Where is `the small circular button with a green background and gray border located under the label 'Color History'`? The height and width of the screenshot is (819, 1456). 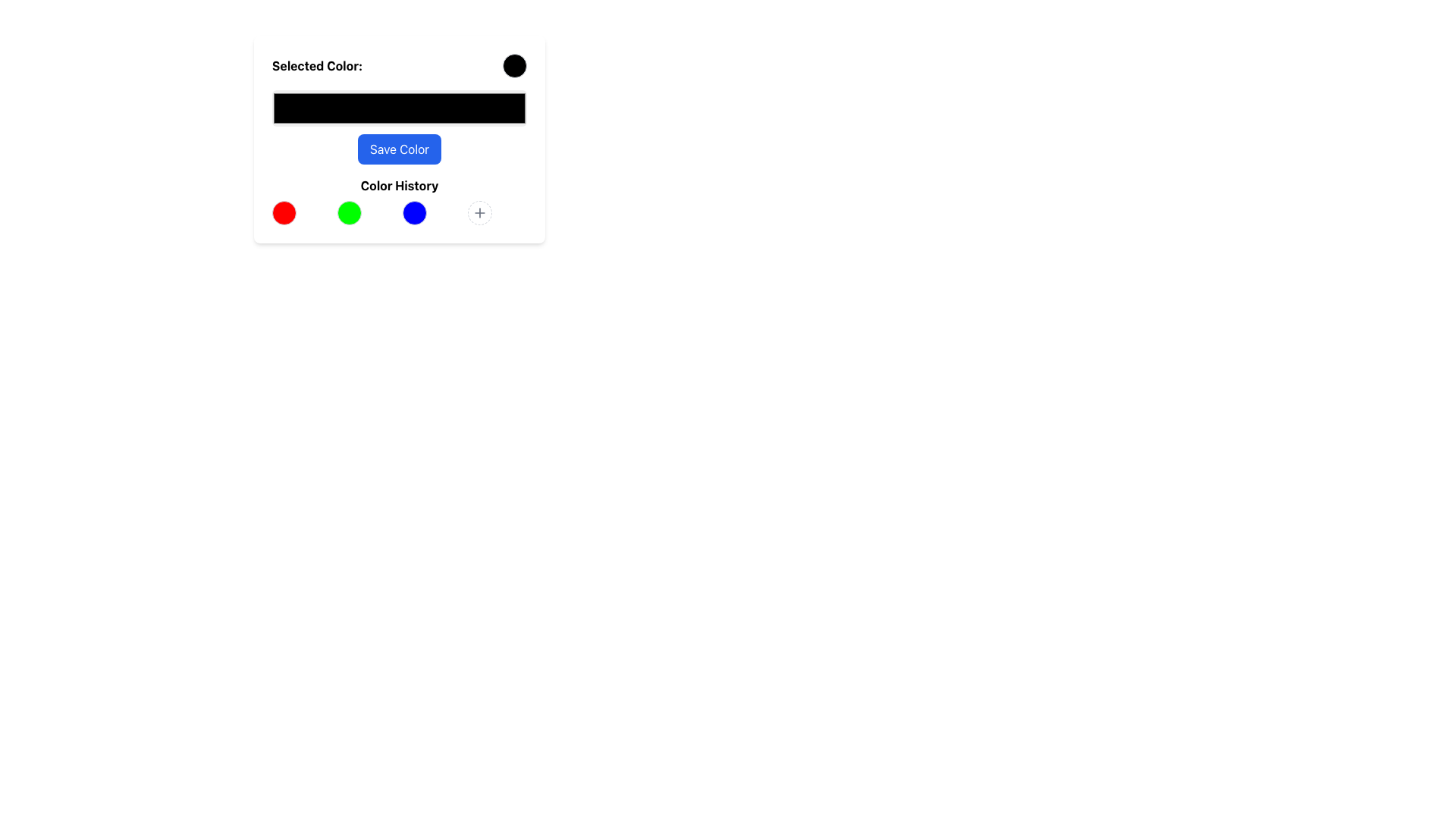 the small circular button with a green background and gray border located under the label 'Color History' is located at coordinates (348, 213).